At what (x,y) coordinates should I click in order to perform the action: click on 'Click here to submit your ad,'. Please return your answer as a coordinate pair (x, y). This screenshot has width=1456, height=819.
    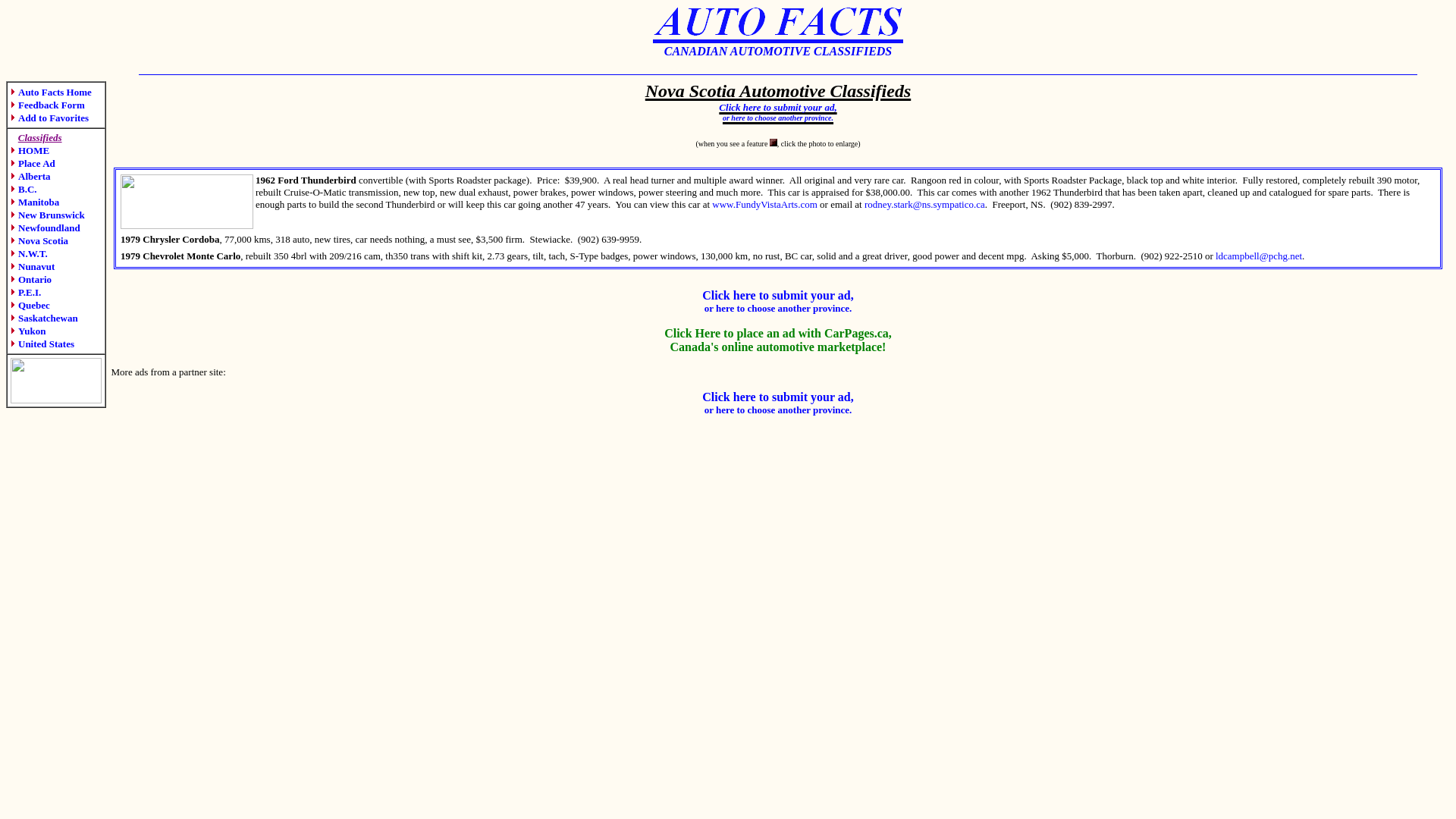
    Looking at the image, I should click on (701, 397).